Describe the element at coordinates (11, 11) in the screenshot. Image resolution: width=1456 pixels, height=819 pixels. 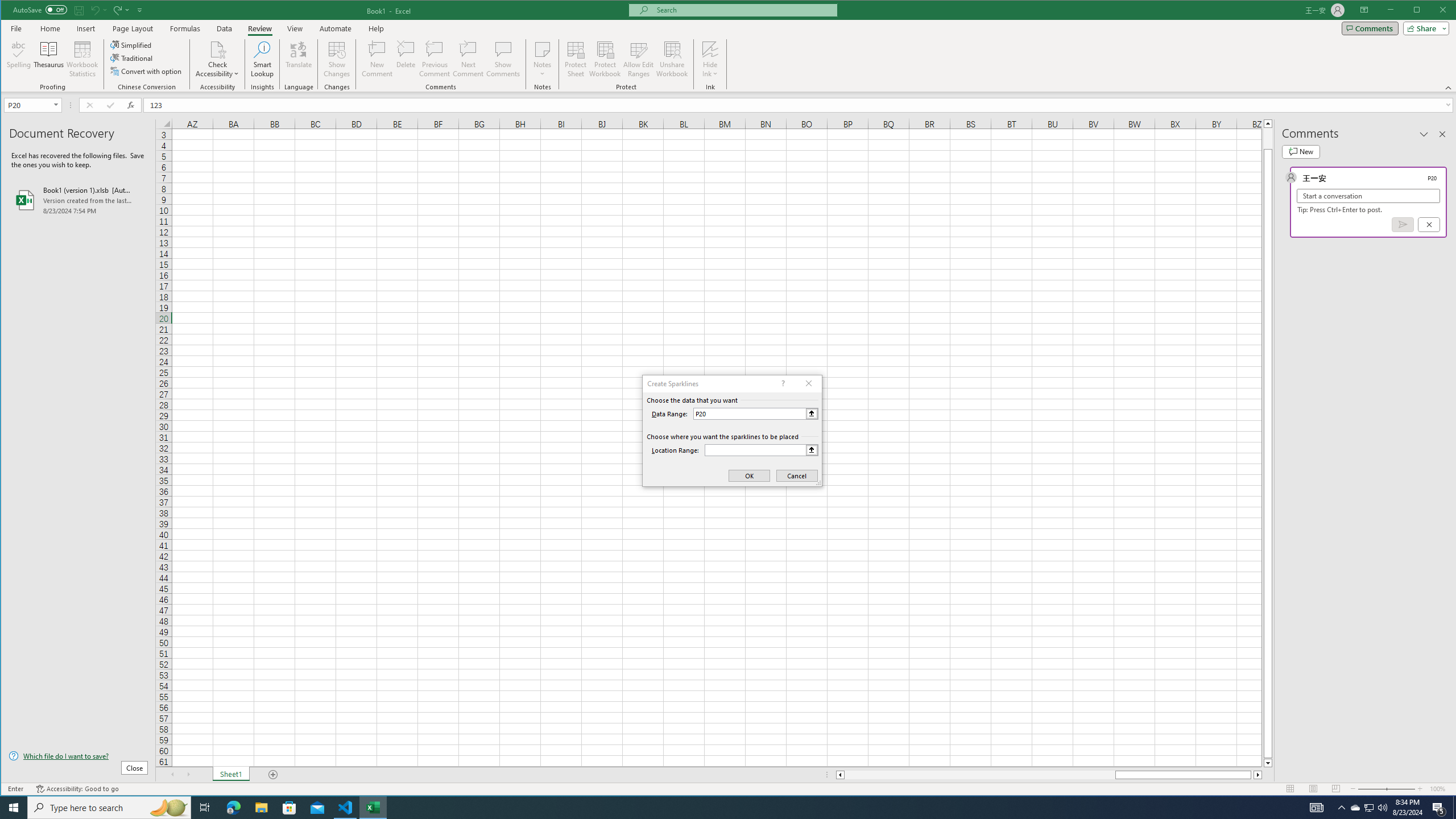
I see `'System'` at that location.